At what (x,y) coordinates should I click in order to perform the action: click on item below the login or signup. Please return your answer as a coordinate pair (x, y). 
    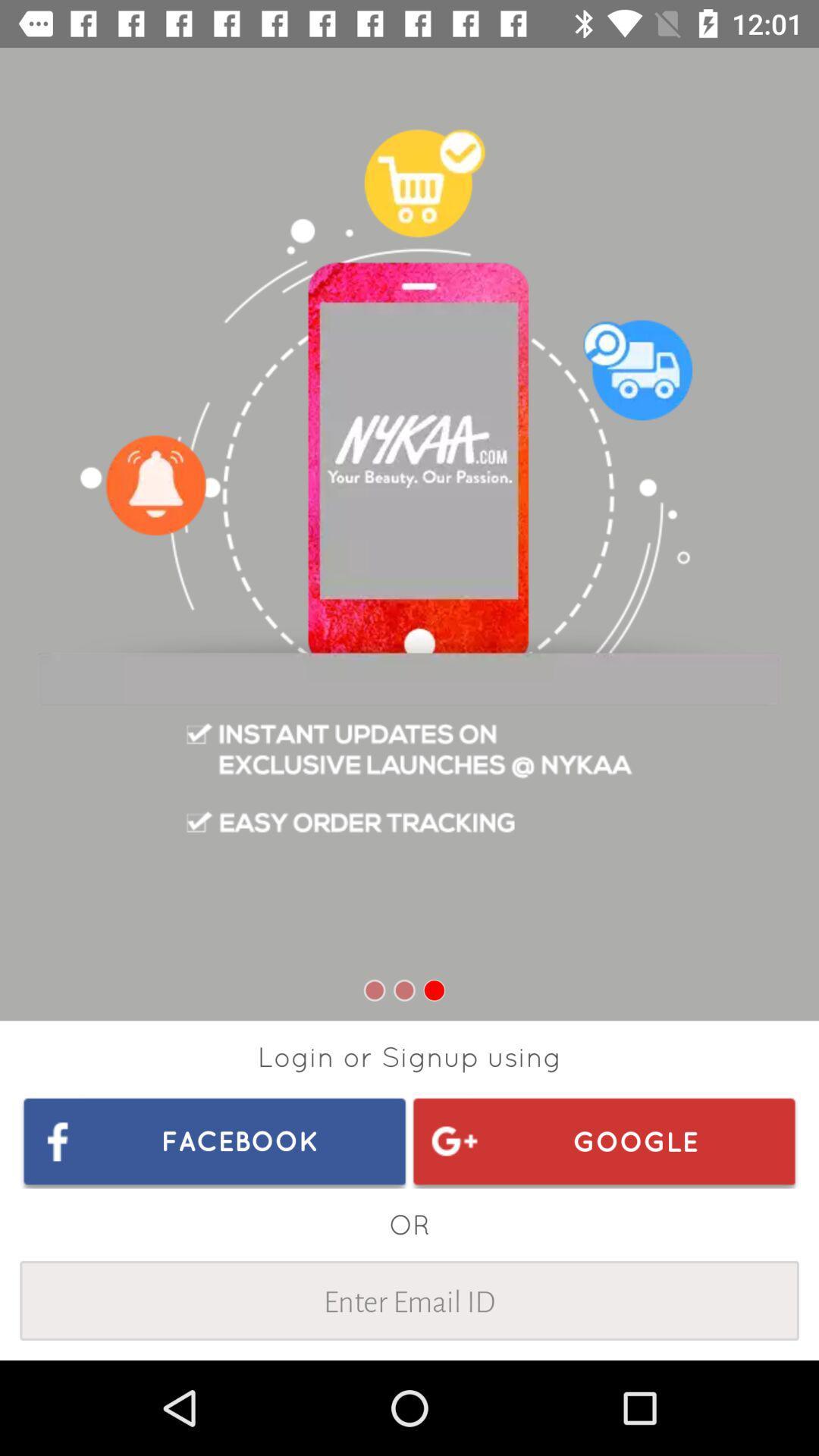
    Looking at the image, I should click on (215, 1141).